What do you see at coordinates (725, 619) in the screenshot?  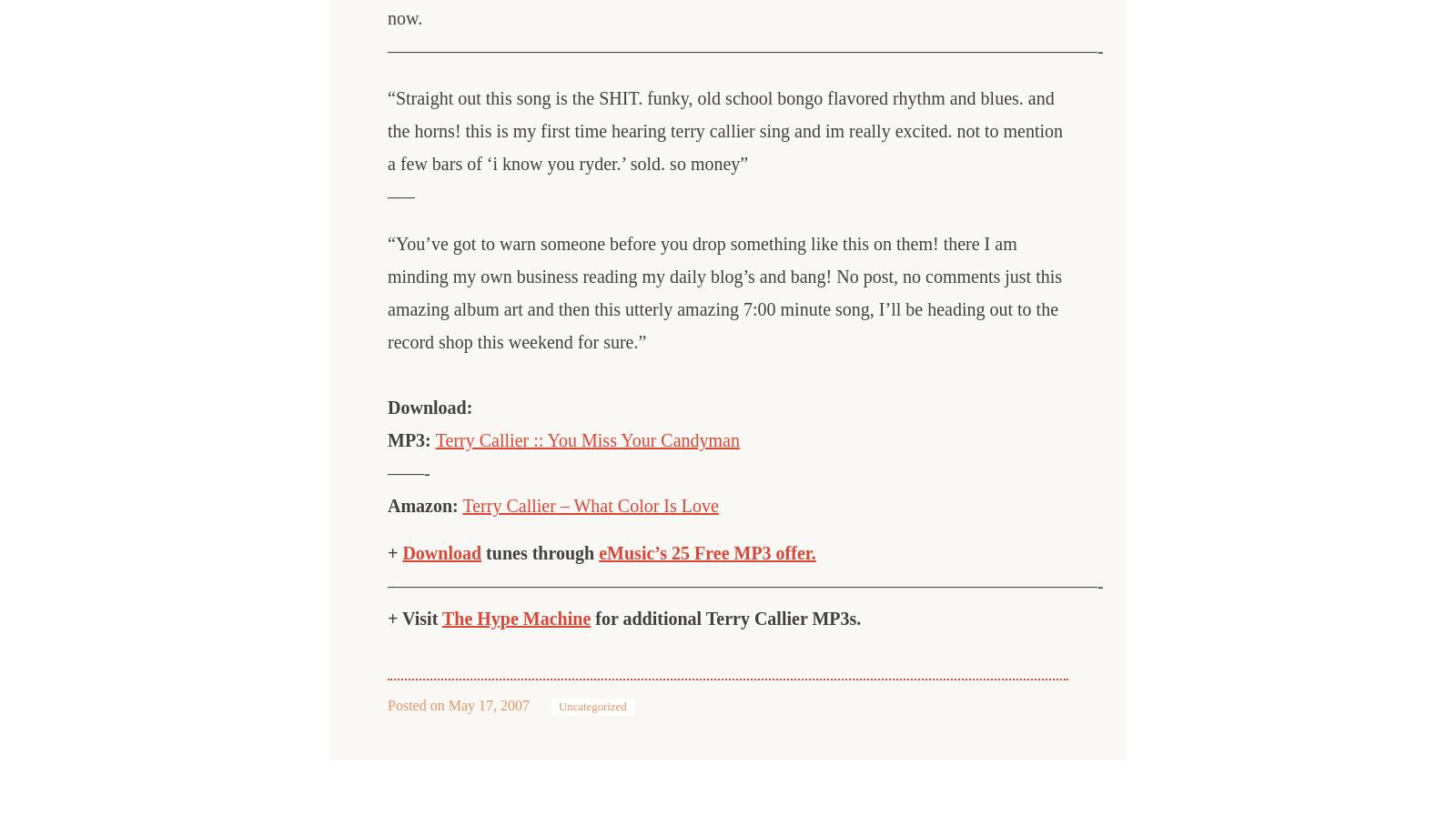 I see `'for additional Terry Callier MP3s.'` at bounding box center [725, 619].